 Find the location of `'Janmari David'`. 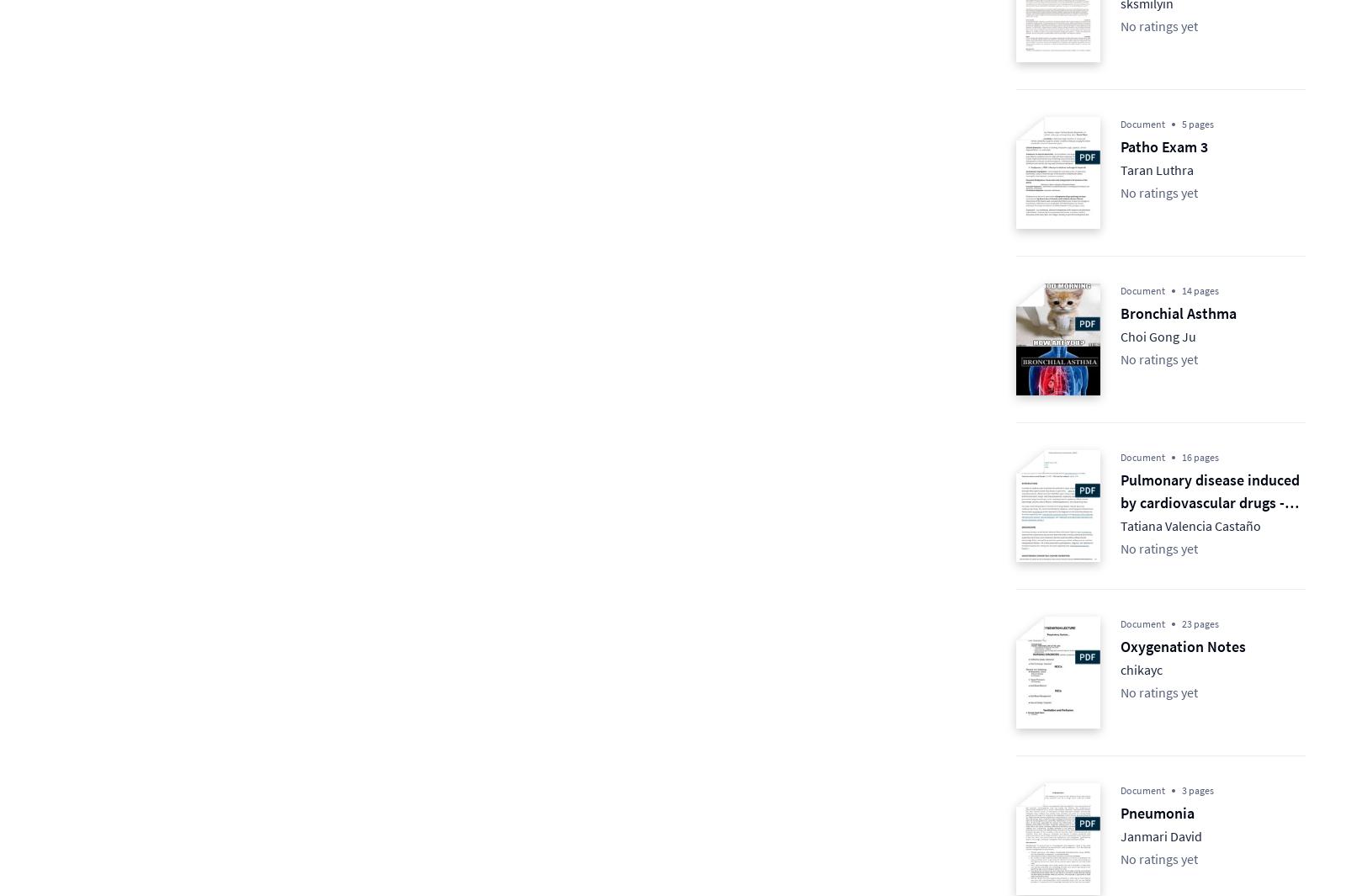

'Janmari David' is located at coordinates (1160, 835).